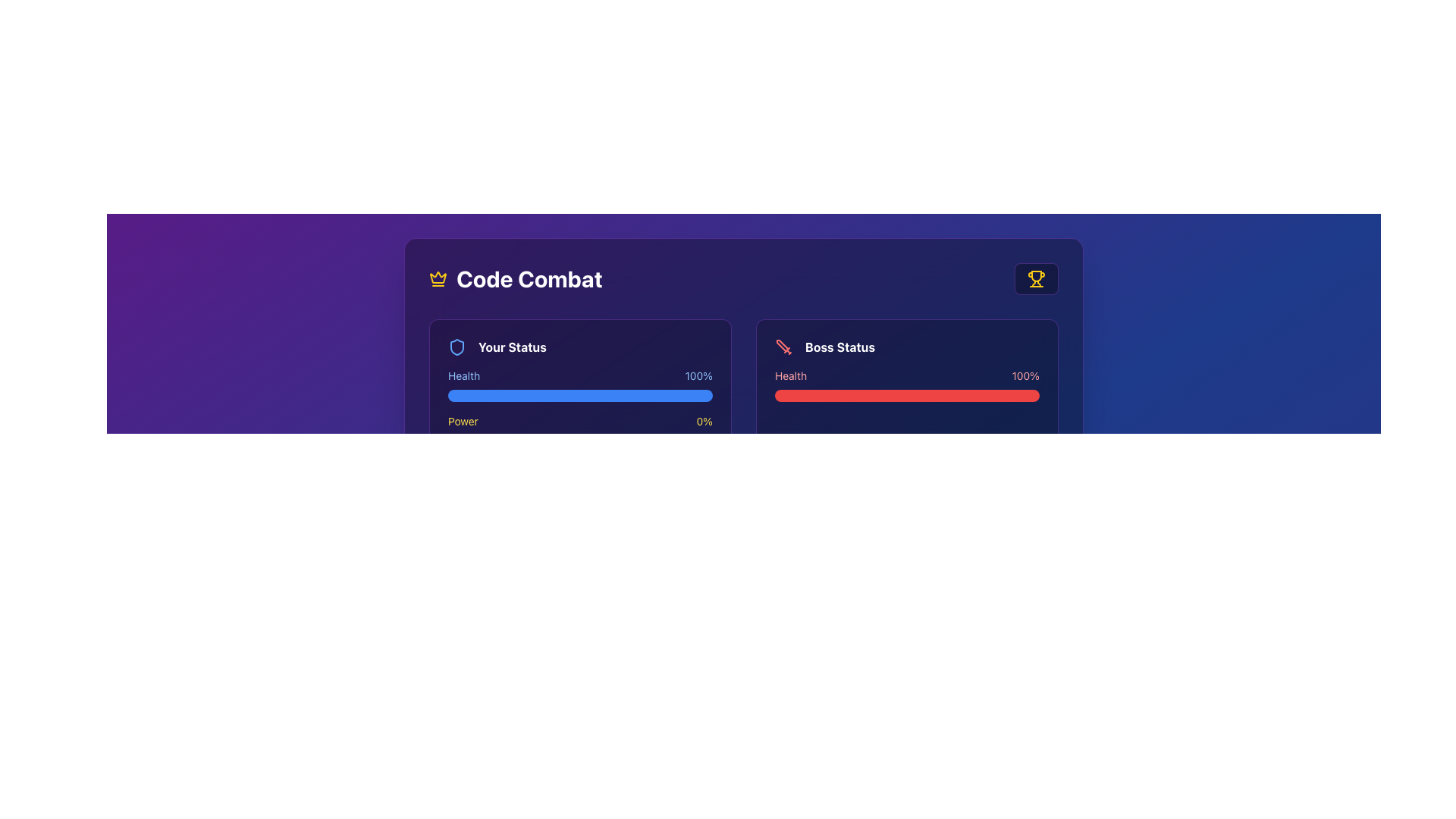  I want to click on the shield icon located at the leftmost side of the 'Your Status' section for visual identification, so click(457, 347).